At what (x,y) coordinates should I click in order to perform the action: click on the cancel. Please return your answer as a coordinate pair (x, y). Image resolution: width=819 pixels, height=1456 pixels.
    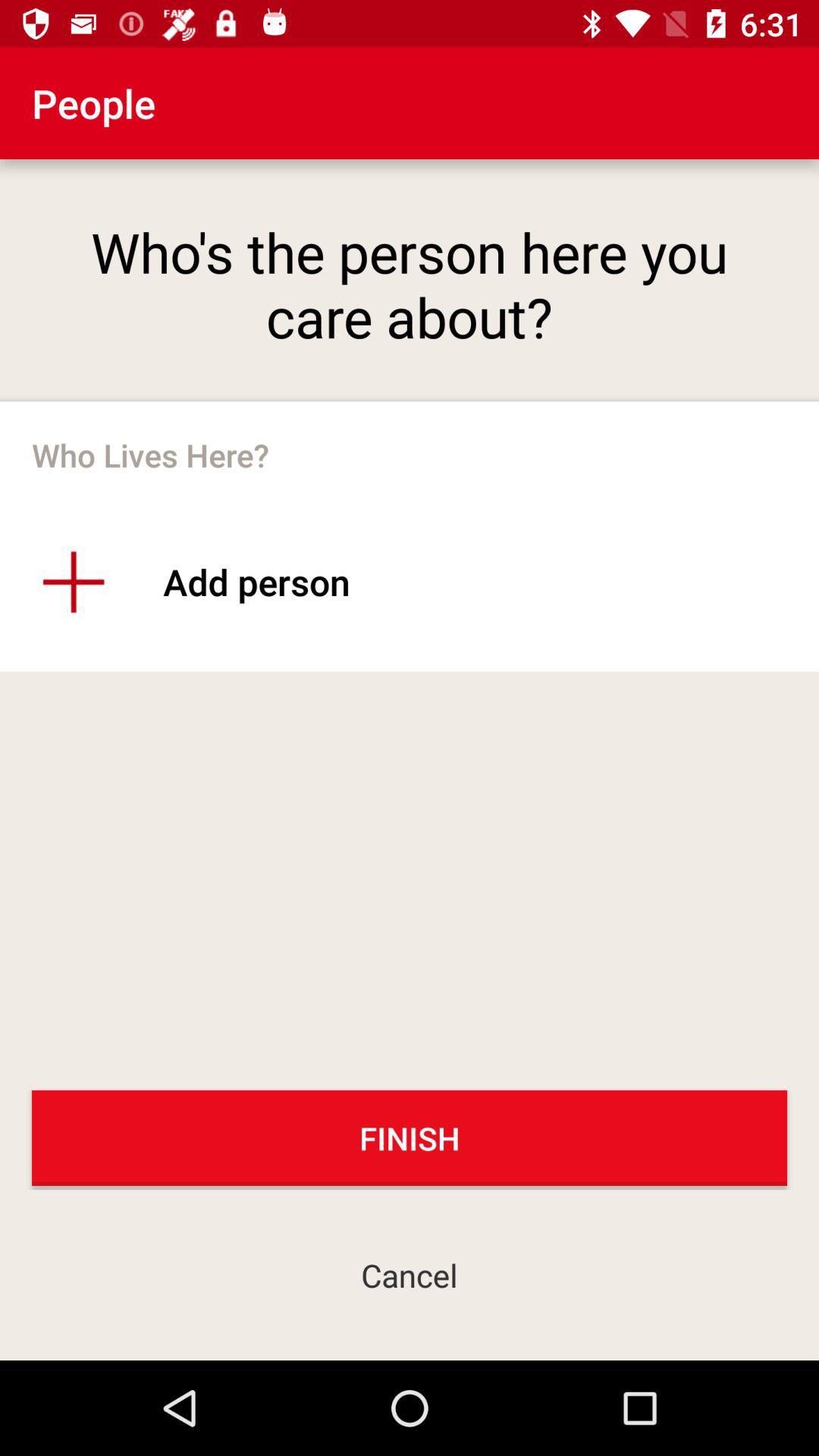
    Looking at the image, I should click on (409, 1274).